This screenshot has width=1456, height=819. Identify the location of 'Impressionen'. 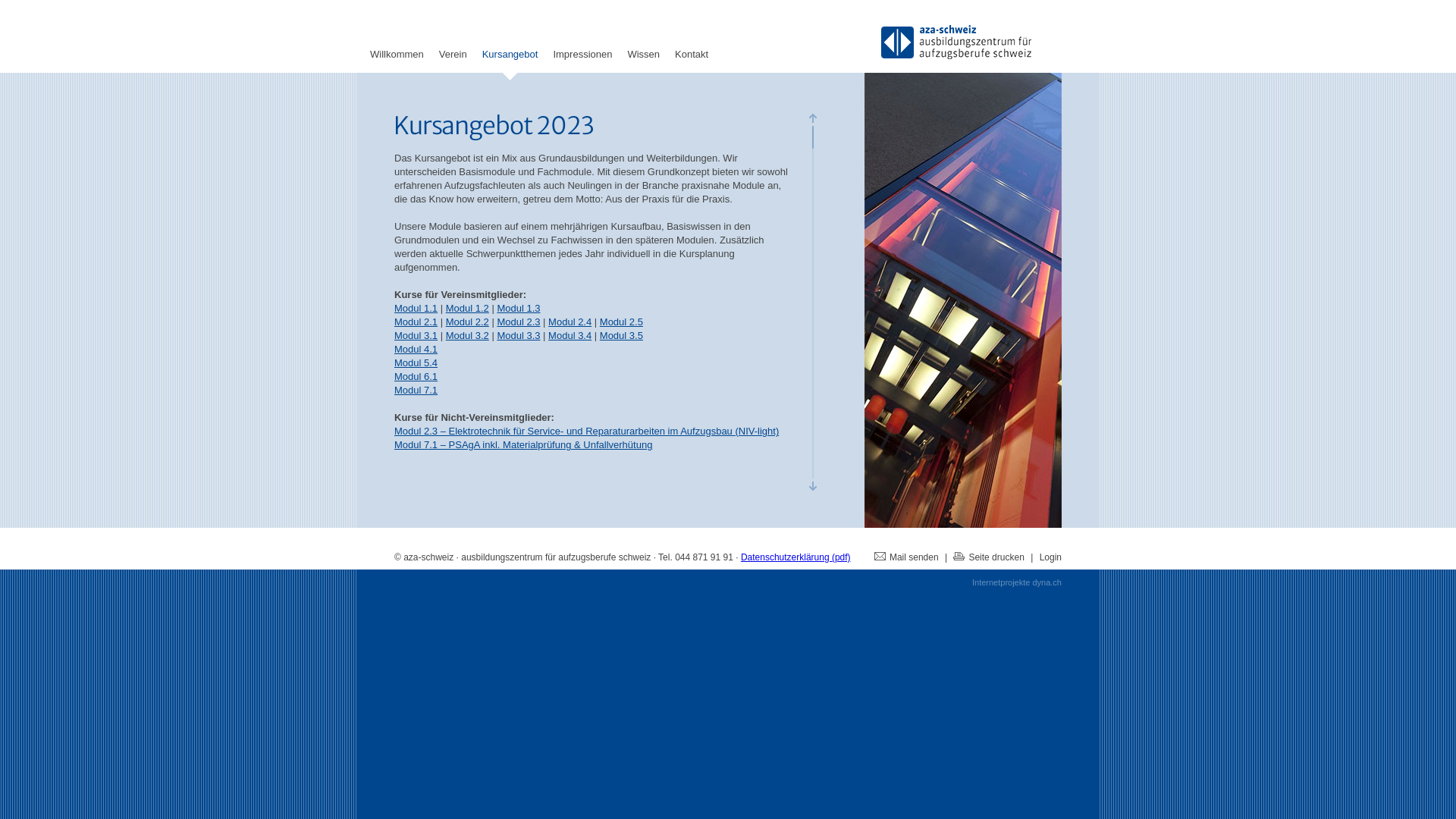
(582, 67).